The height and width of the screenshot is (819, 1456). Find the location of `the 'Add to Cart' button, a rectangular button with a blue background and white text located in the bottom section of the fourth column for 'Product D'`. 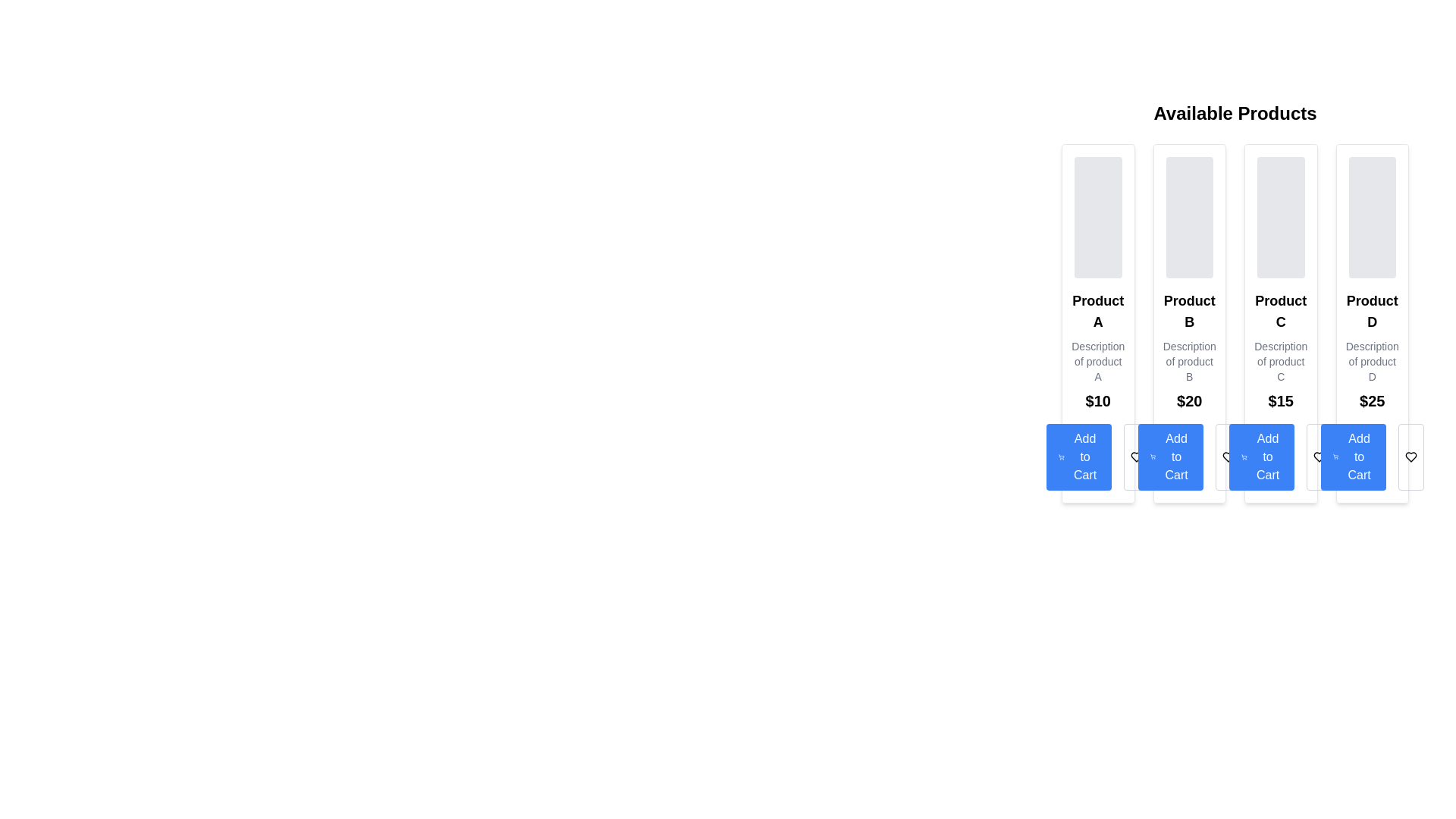

the 'Add to Cart' button, a rectangular button with a blue background and white text located in the bottom section of the fourth column for 'Product D' is located at coordinates (1353, 456).